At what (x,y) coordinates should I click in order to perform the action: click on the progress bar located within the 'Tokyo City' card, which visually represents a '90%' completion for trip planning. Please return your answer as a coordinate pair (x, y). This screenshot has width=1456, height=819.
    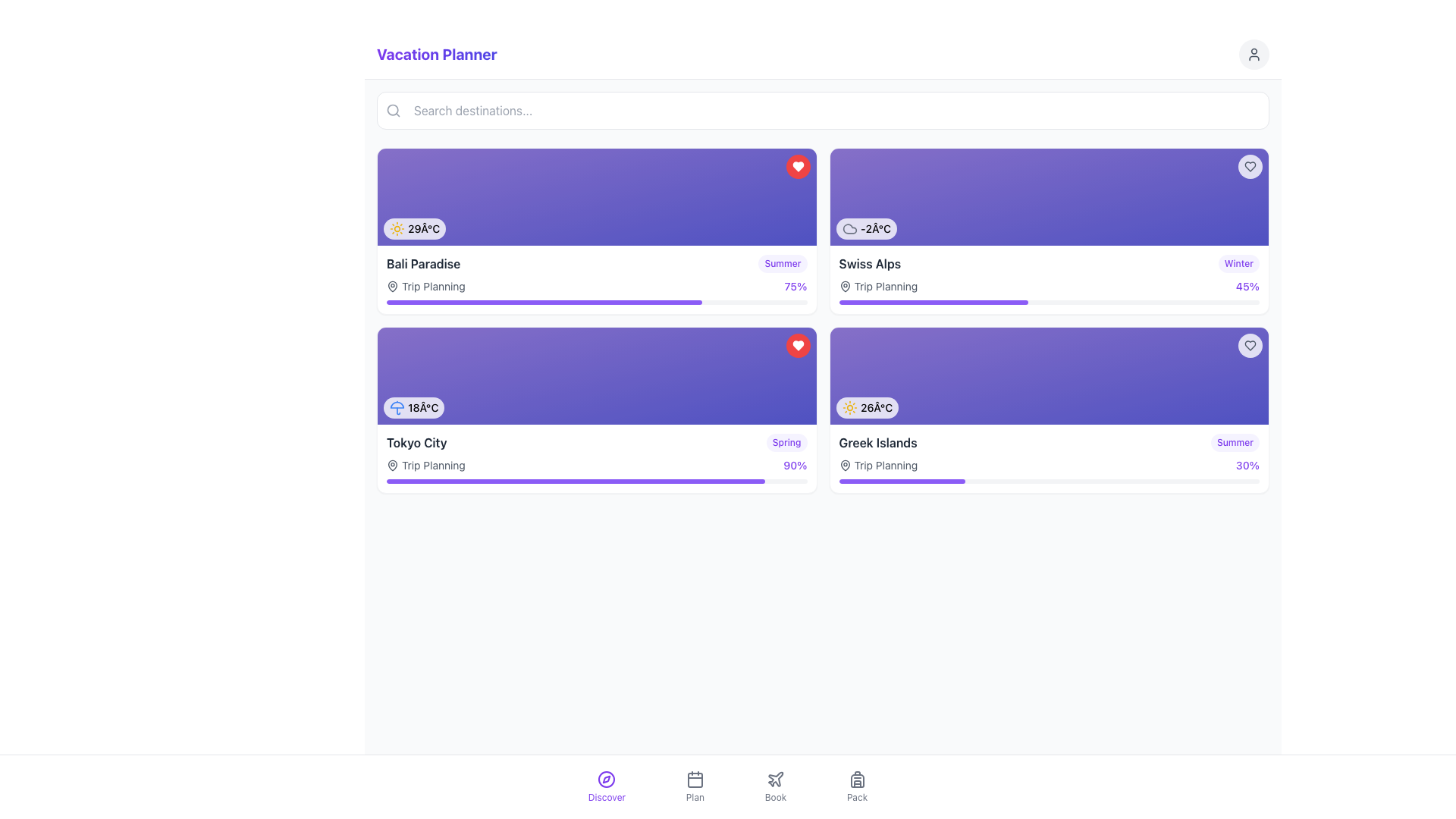
    Looking at the image, I should click on (596, 482).